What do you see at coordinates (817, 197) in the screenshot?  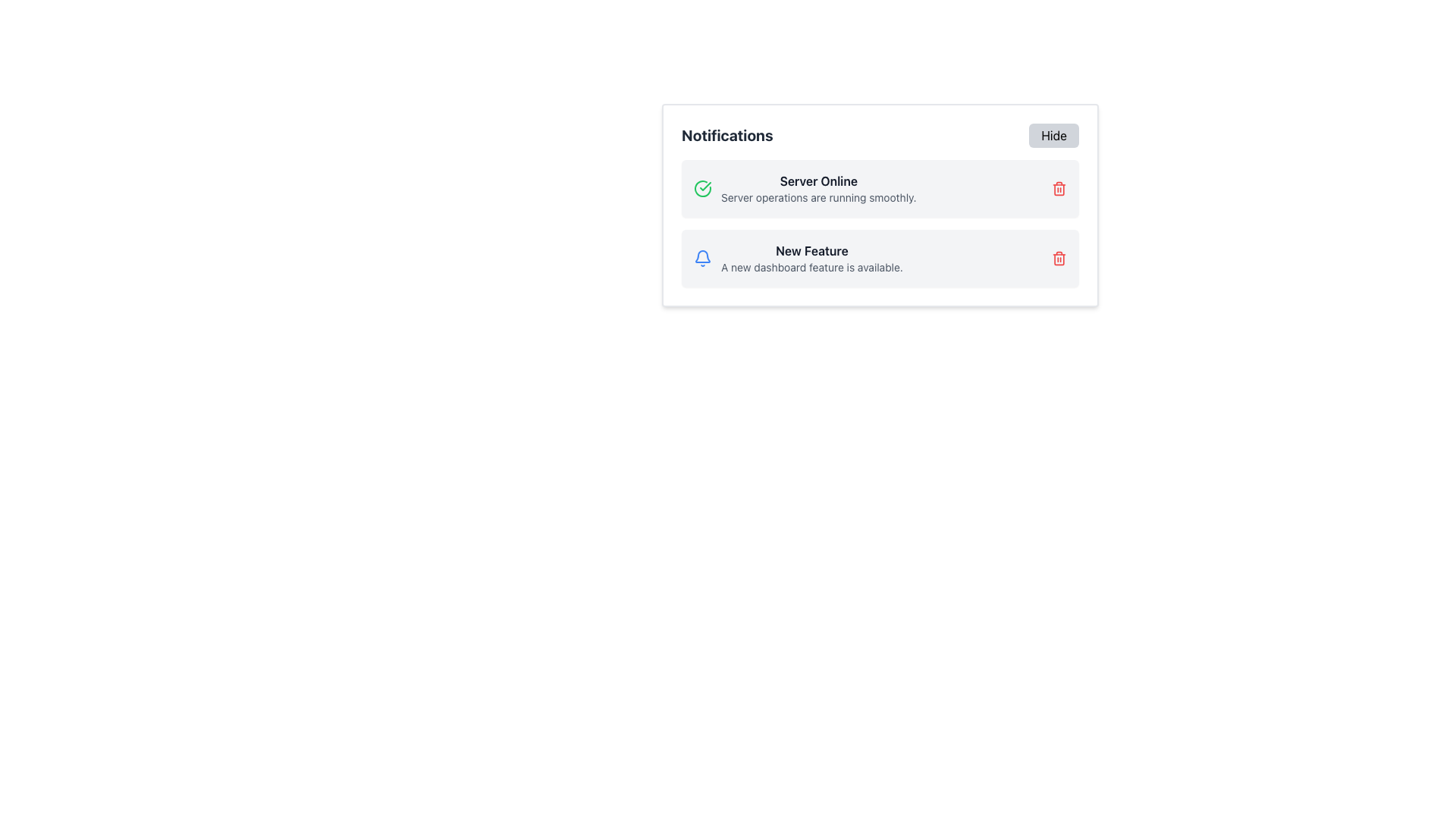 I see `the text element displaying 'Server operations are running smoothly.' located beneath the 'Server Online' title in the first notification card` at bounding box center [817, 197].